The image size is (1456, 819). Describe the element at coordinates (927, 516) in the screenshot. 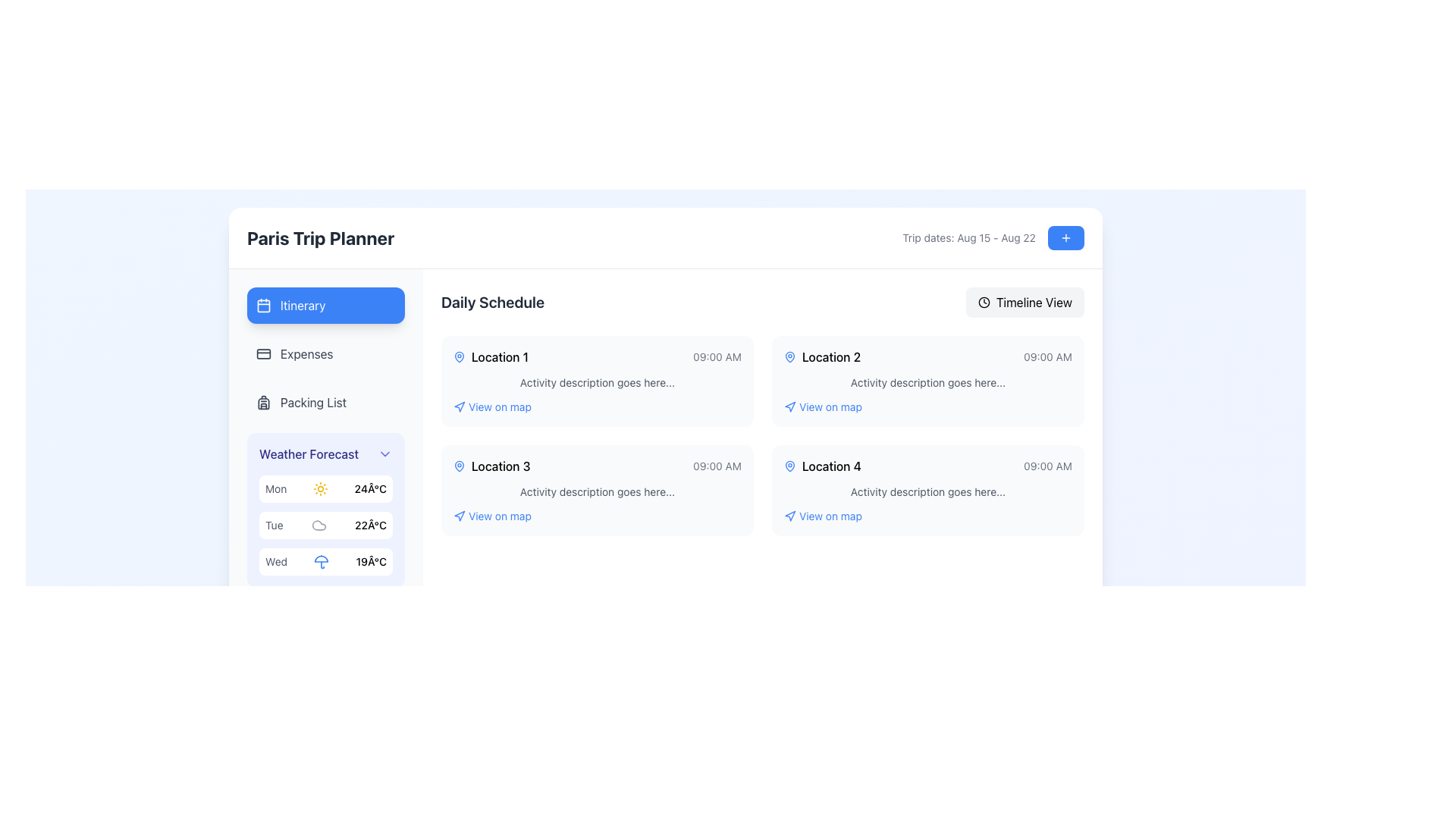

I see `the interactive link/button that reads 'View on map' located in the fourth card of the 'Daily Schedule' section under 'Location 4' to visualize its clickable nature` at that location.